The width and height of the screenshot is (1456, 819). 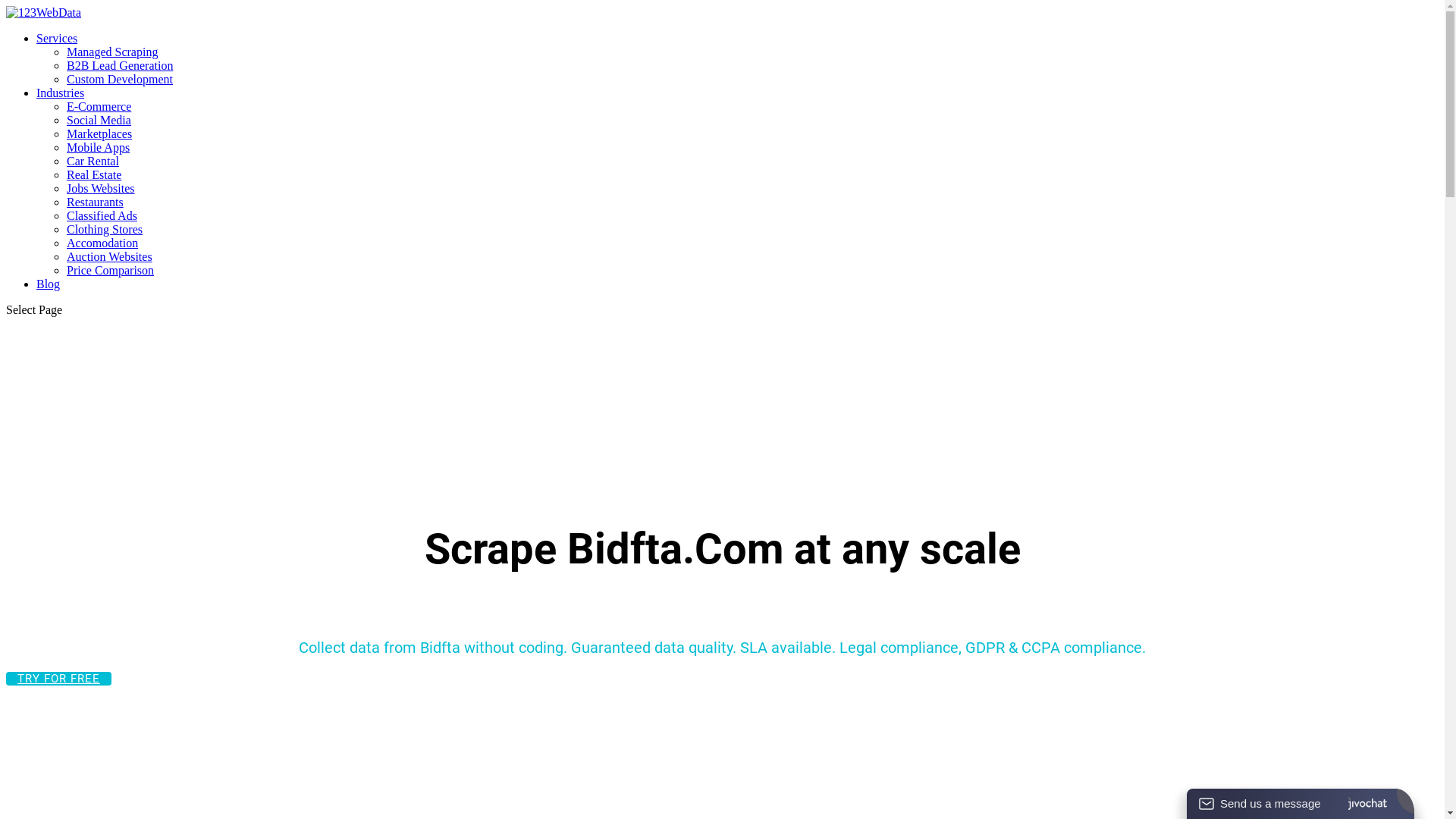 What do you see at coordinates (65, 147) in the screenshot?
I see `'Mobile Apps'` at bounding box center [65, 147].